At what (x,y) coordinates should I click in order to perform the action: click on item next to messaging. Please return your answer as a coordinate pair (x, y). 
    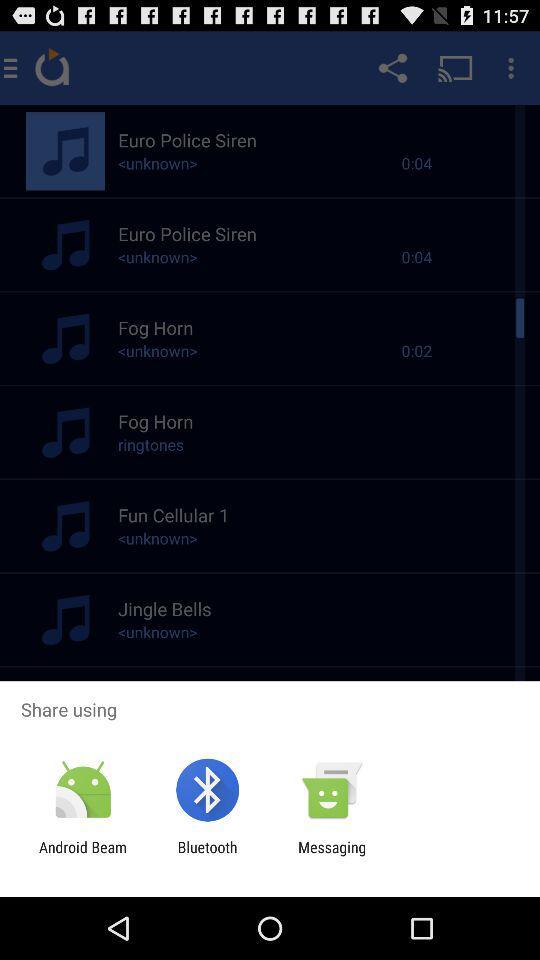
    Looking at the image, I should click on (206, 855).